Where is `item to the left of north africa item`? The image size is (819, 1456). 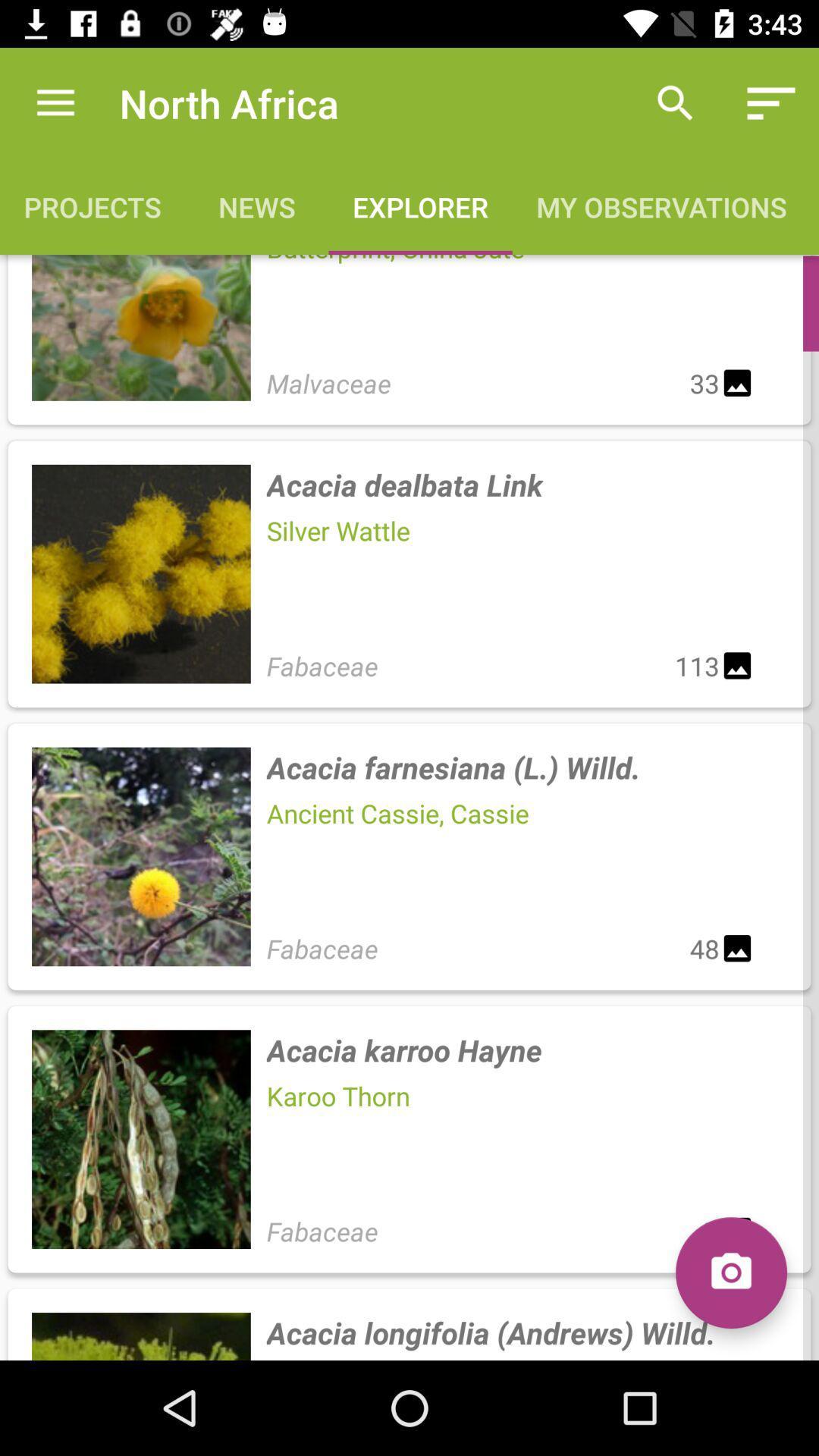 item to the left of north africa item is located at coordinates (55, 102).